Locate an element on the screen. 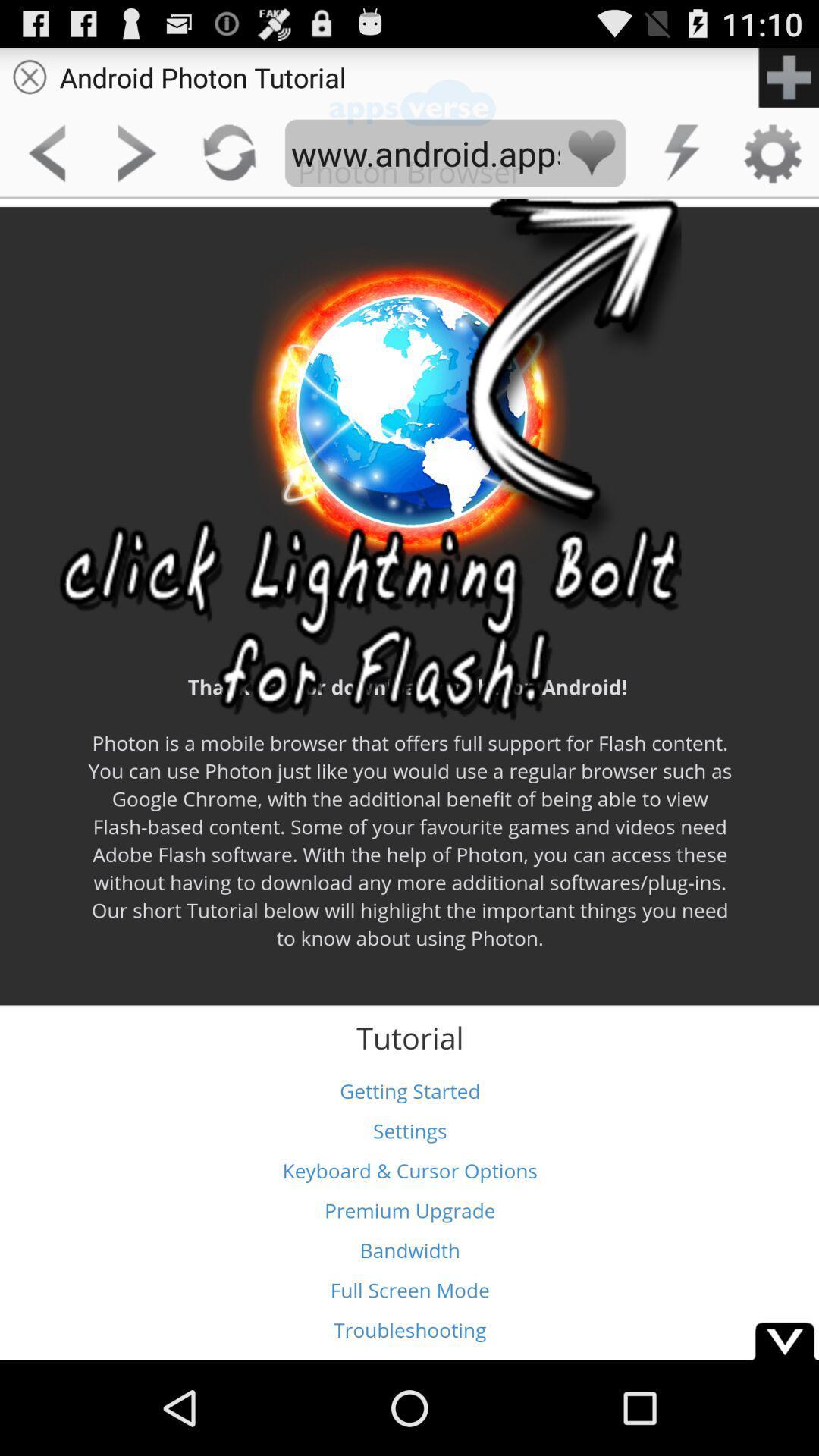 The image size is (819, 1456). the settings icon is located at coordinates (773, 164).